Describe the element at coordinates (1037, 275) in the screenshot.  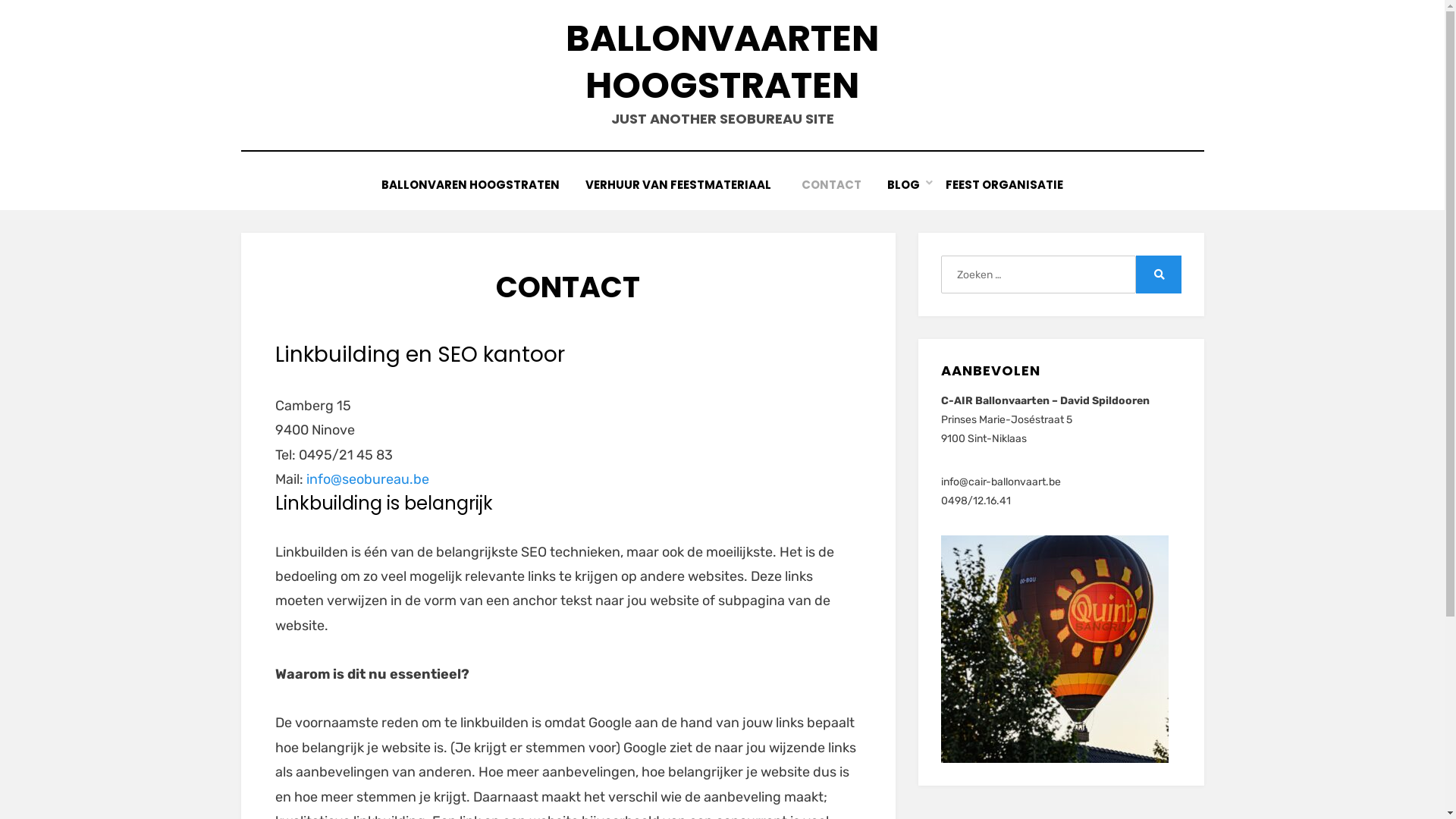
I see `'Zoeken naar:'` at that location.